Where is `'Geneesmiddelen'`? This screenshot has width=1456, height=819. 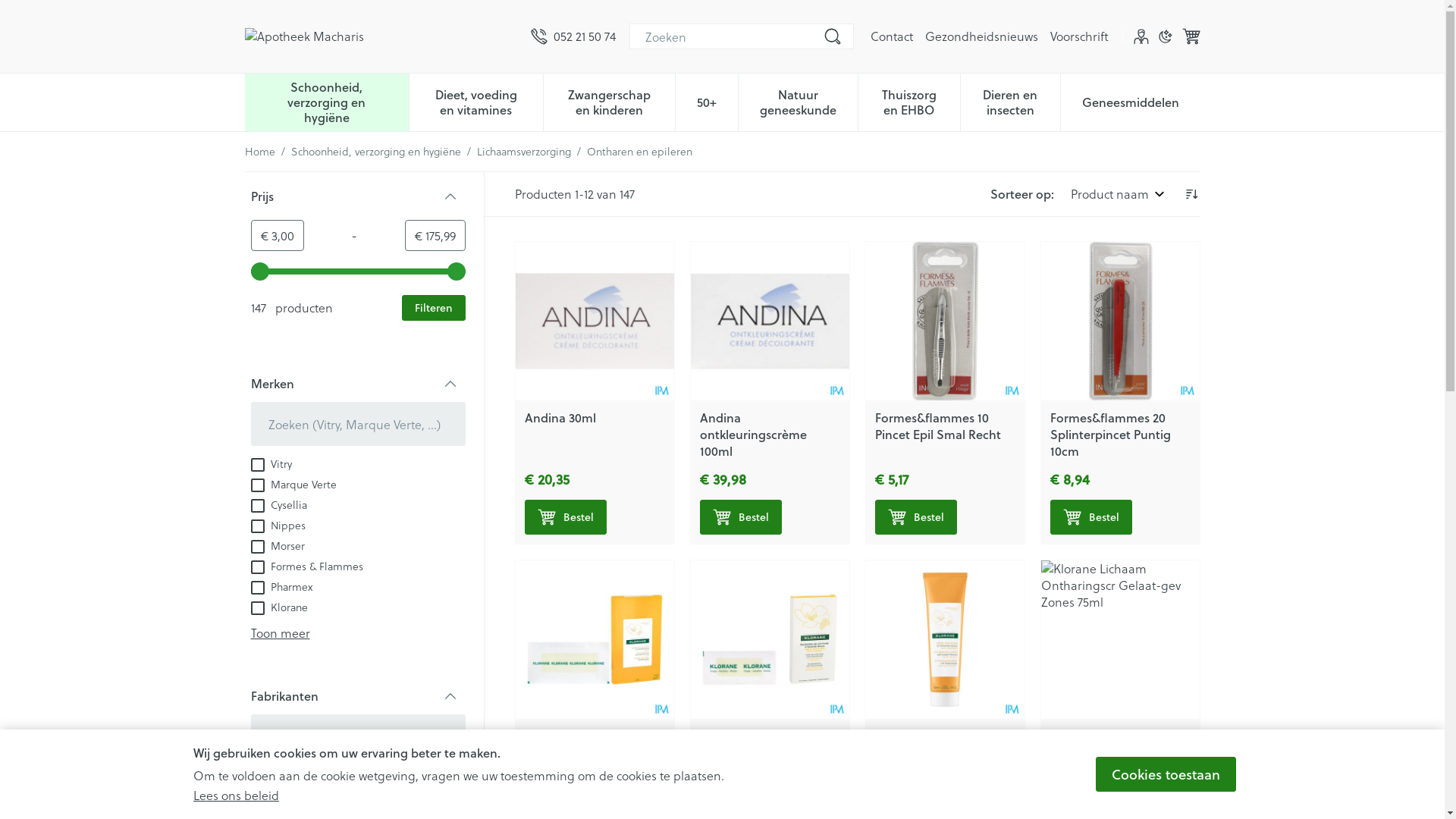
'Geneesmiddelen' is located at coordinates (1059, 100).